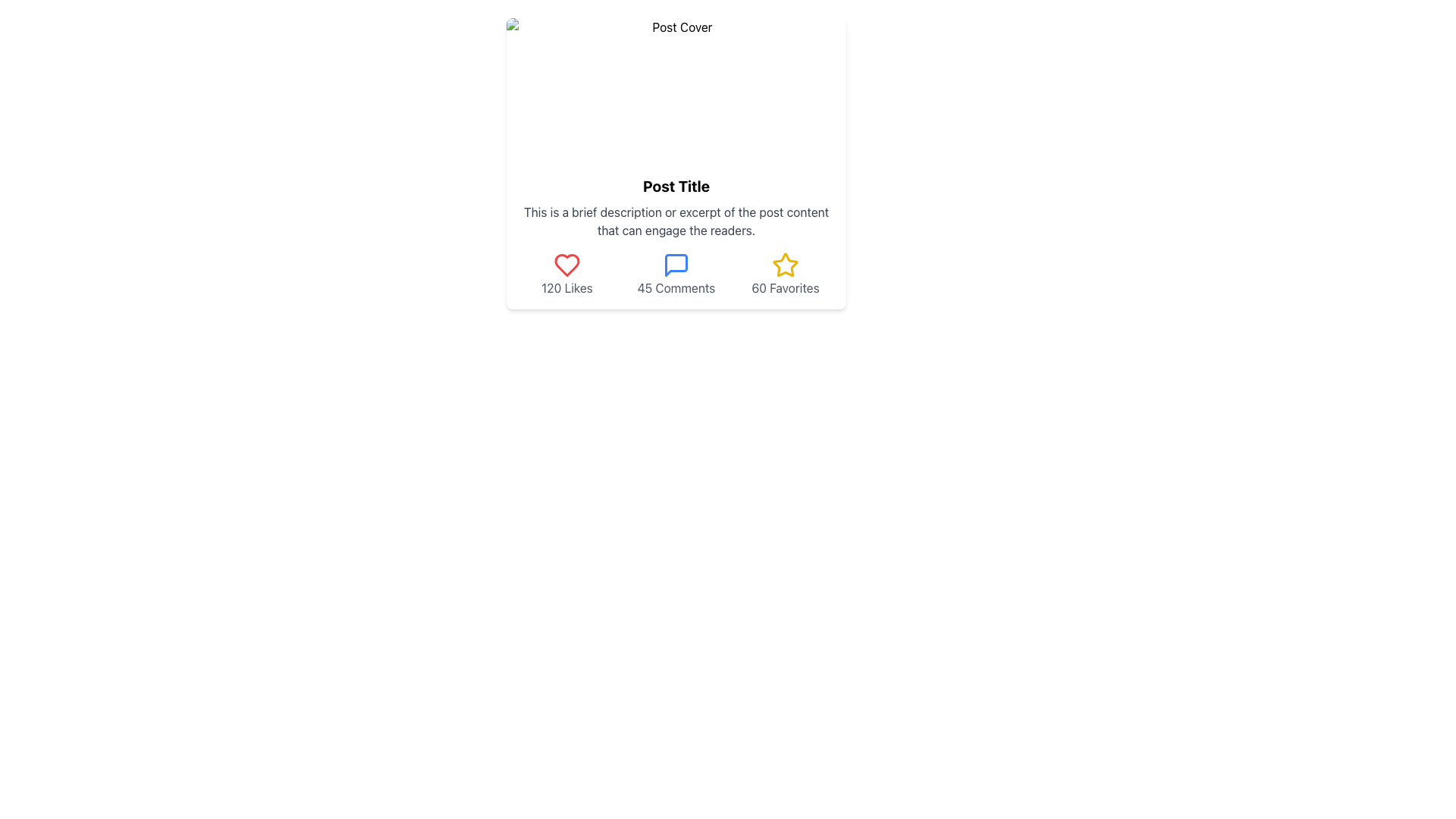 This screenshot has width=1456, height=819. What do you see at coordinates (786, 264) in the screenshot?
I see `the favorite icon, which is represented by a star and located at the bottom right of the content card` at bounding box center [786, 264].